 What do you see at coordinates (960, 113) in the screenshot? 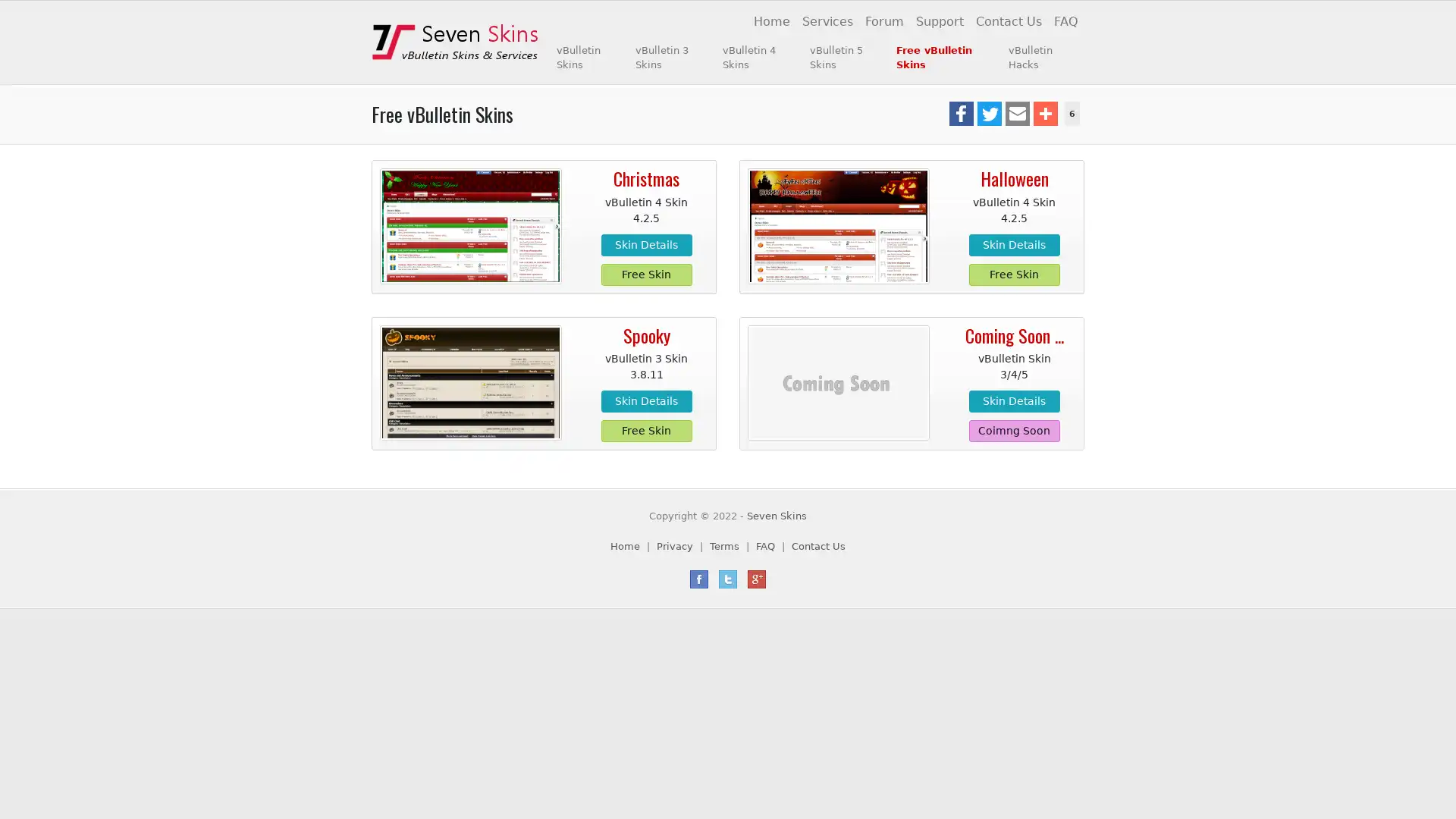
I see `Share to Facebook` at bounding box center [960, 113].